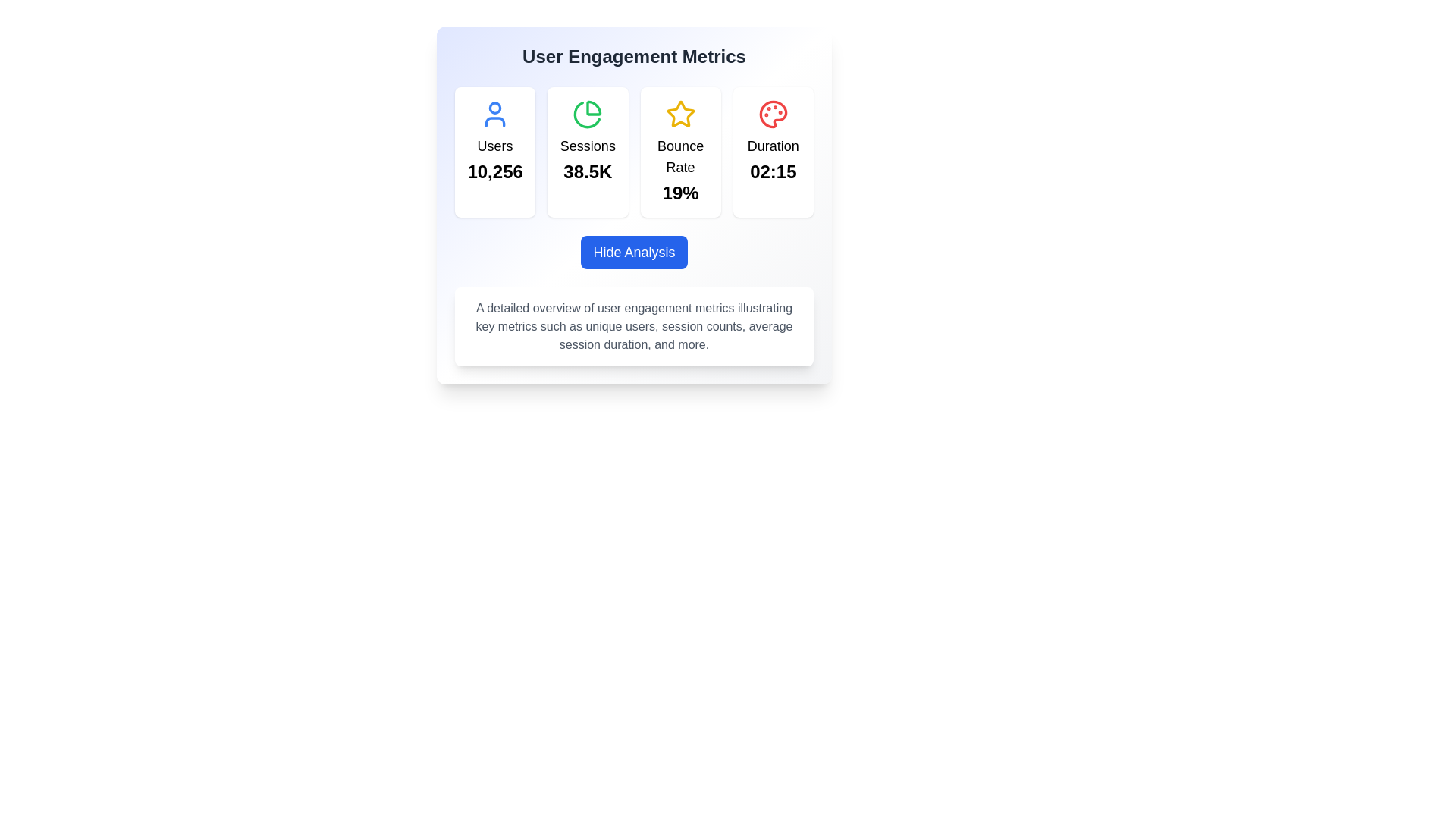  I want to click on the heading text element located at the top center of the card, which summarizes the content and purpose of the displayed metrics below, so click(634, 55).